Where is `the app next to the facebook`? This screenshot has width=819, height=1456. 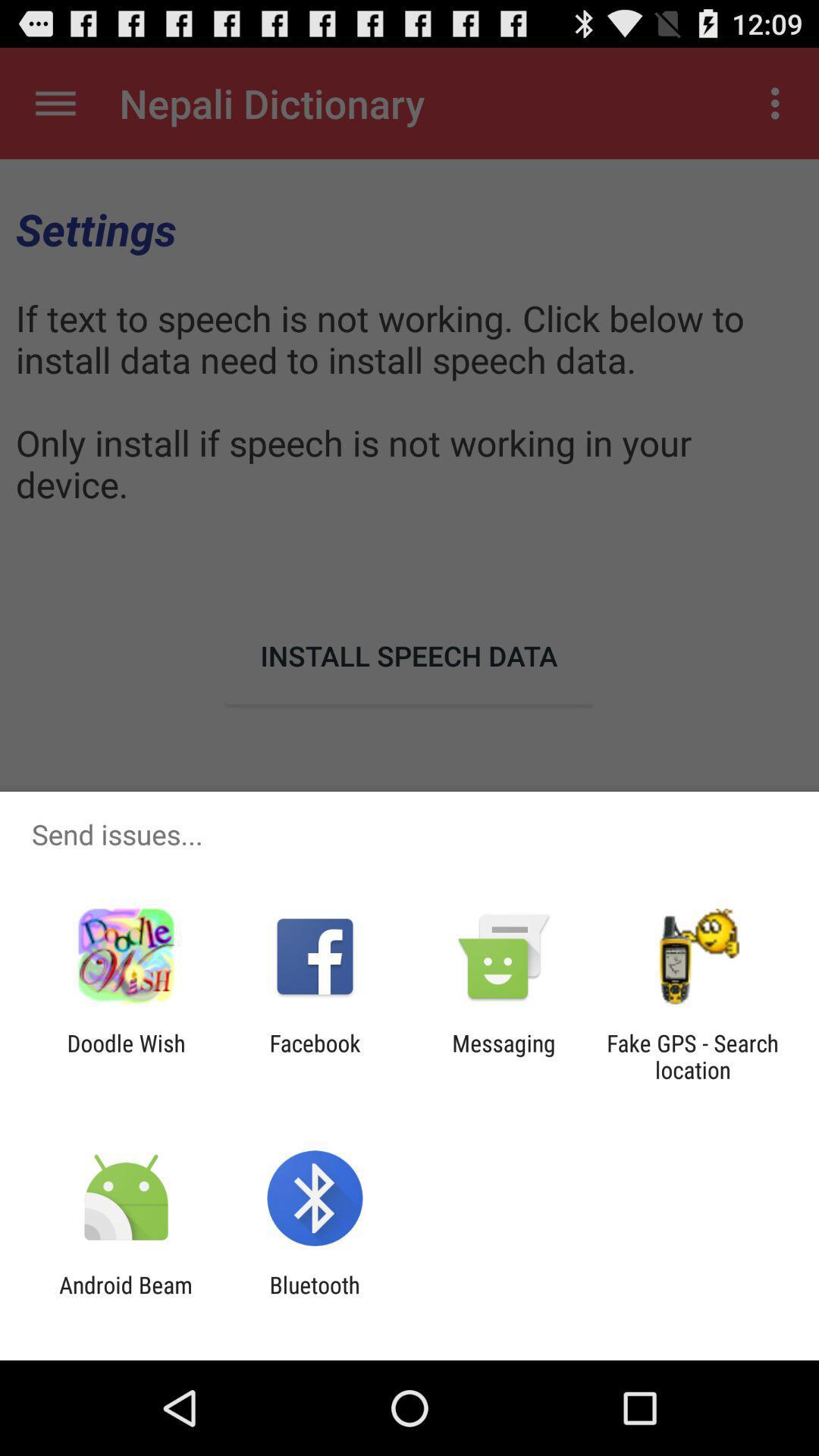 the app next to the facebook is located at coordinates (504, 1056).